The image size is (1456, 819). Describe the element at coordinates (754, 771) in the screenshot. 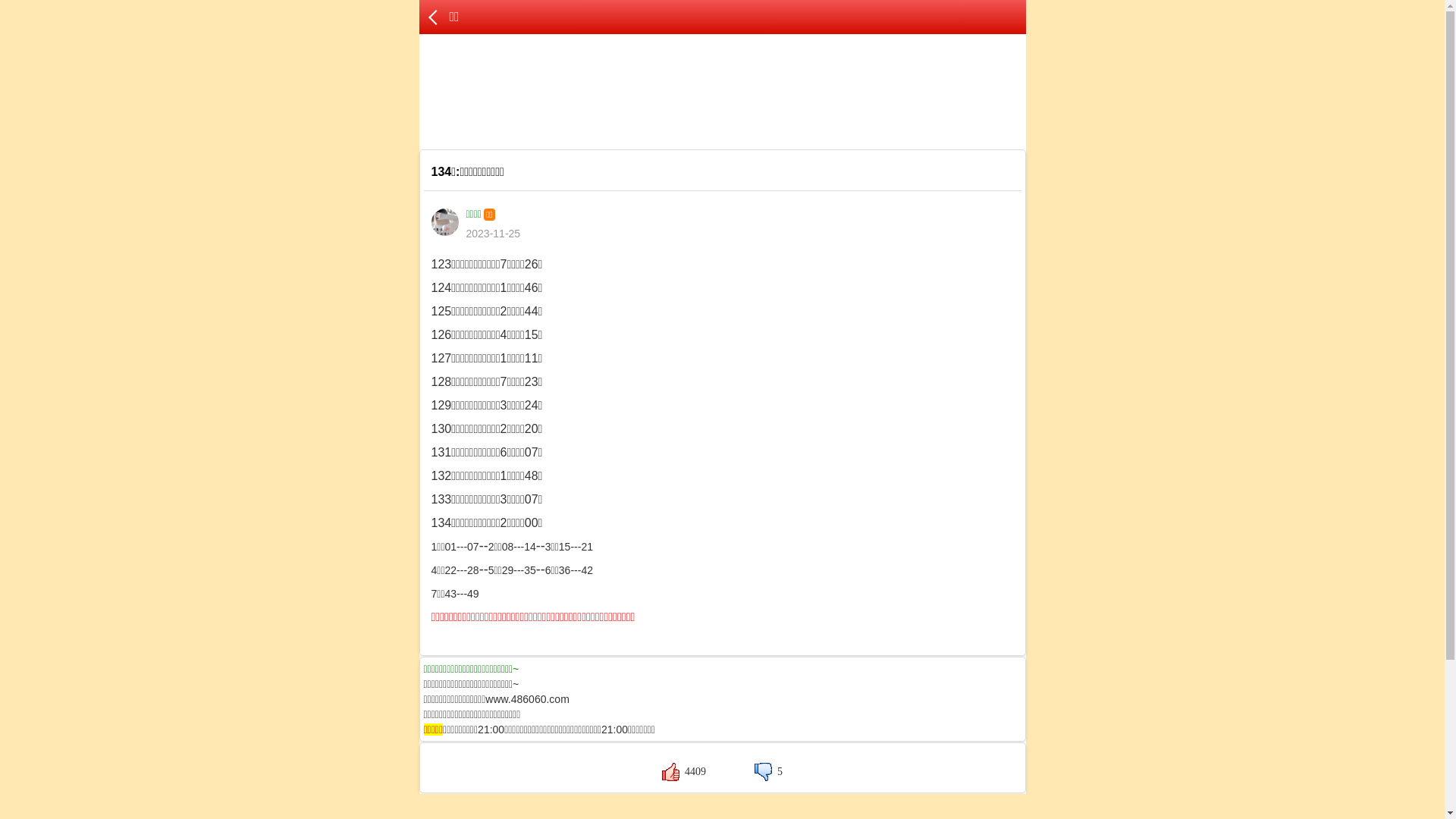

I see `'5'` at that location.